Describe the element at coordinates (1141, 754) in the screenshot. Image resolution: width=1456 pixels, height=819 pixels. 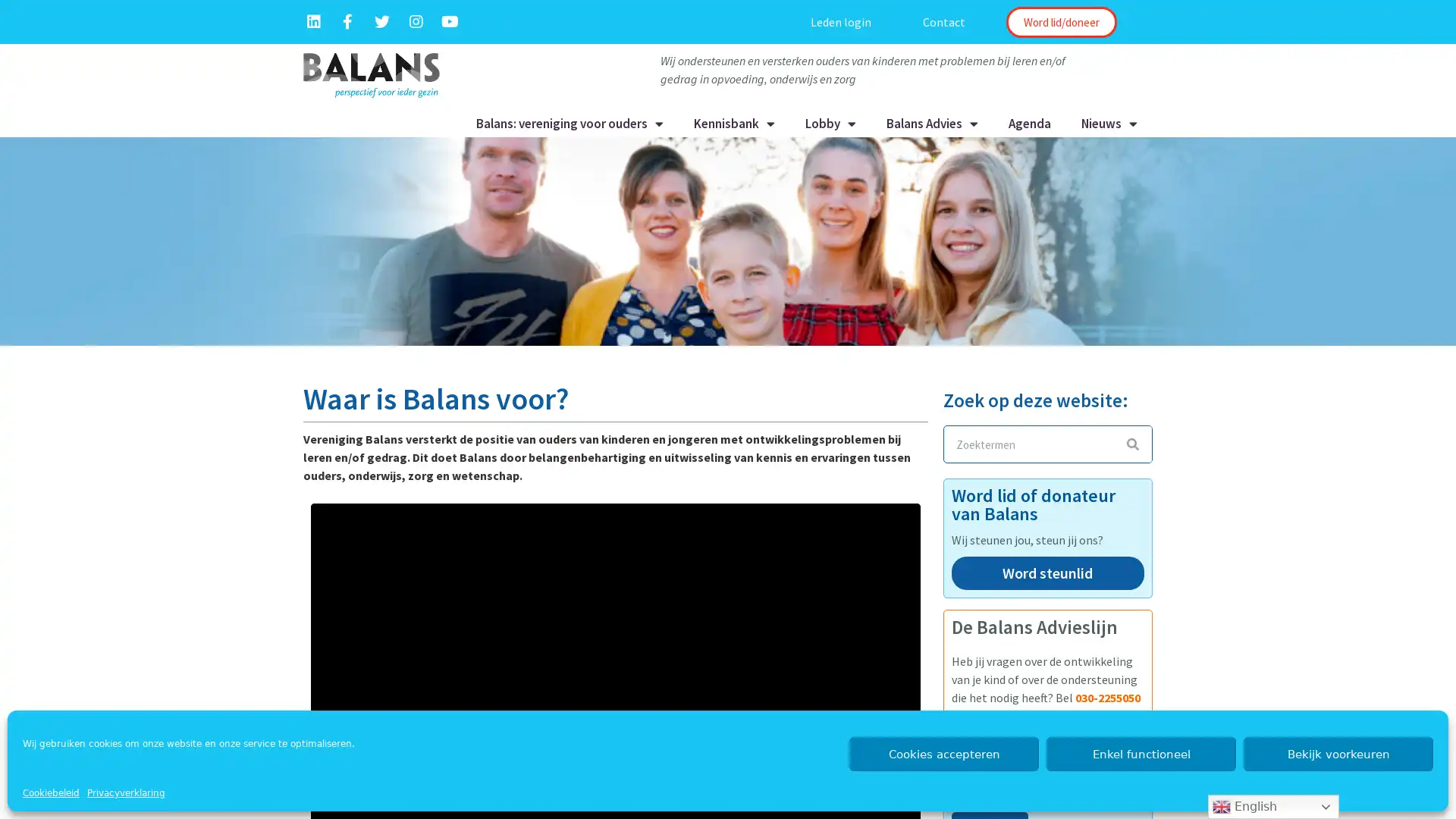
I see `Only functional` at that location.